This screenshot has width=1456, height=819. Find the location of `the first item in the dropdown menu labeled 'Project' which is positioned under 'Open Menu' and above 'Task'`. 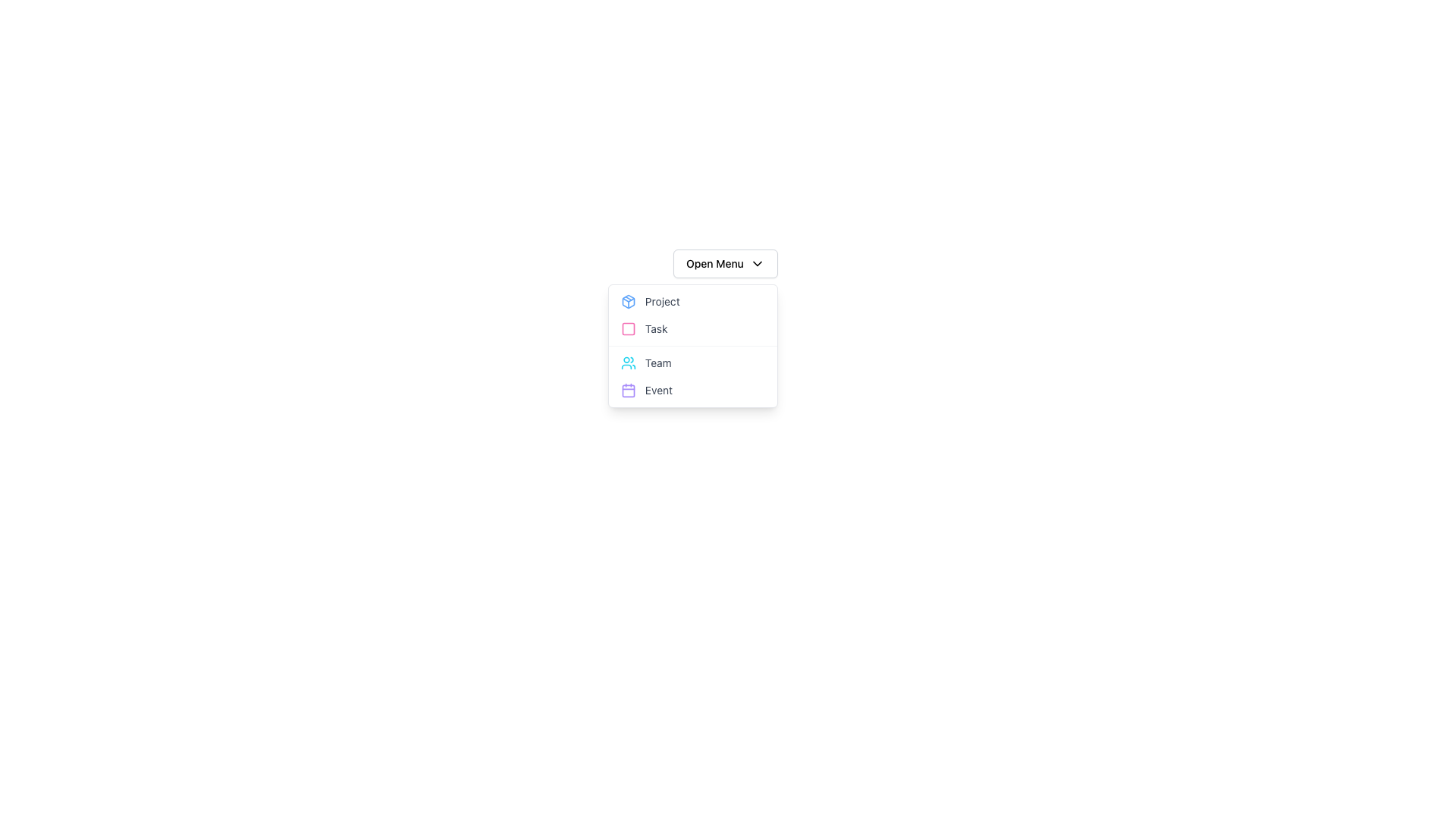

the first item in the dropdown menu labeled 'Project' which is positioned under 'Open Menu' and above 'Task' is located at coordinates (692, 301).